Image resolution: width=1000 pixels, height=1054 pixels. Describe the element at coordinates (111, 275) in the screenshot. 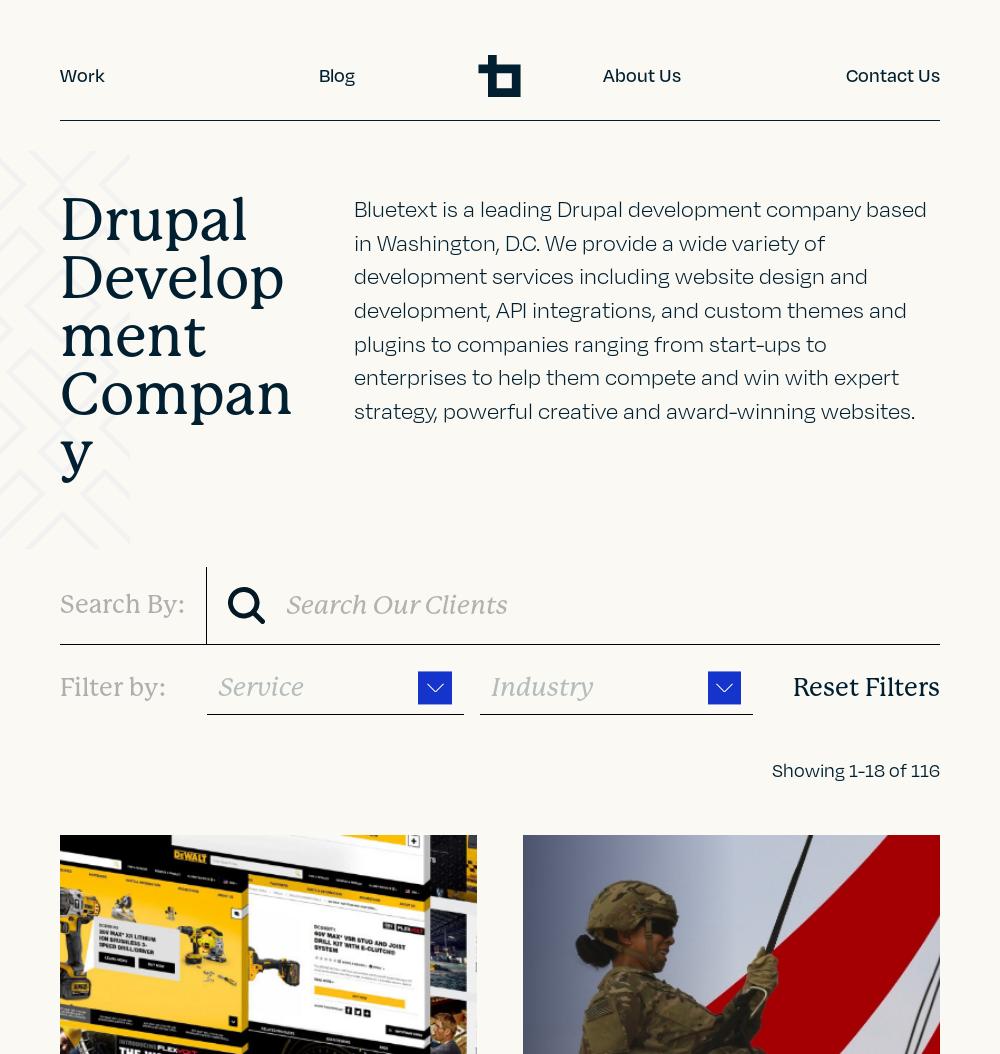

I see `'Branding'` at that location.